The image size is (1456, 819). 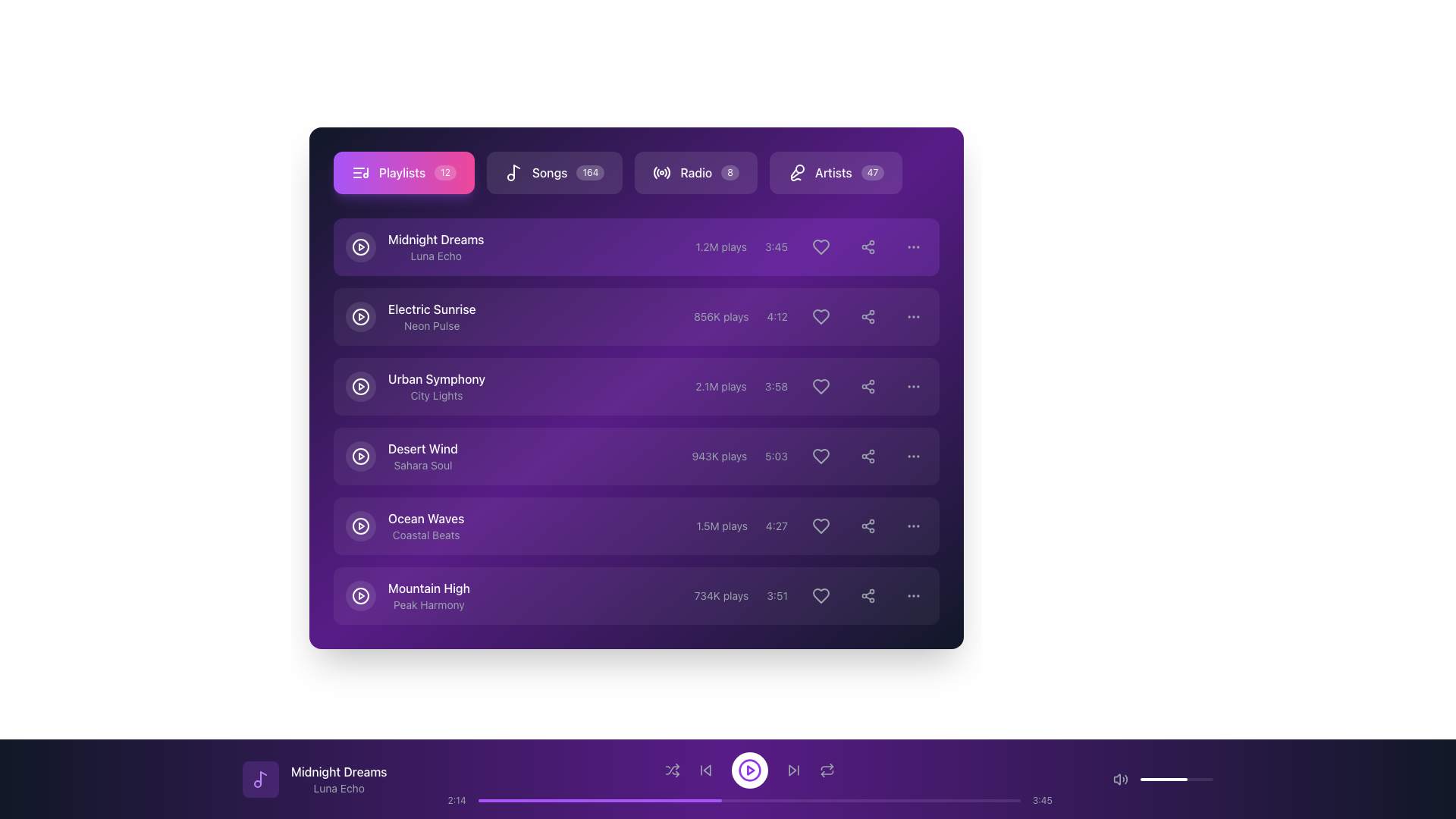 I want to click on playback time, so click(x=802, y=800).